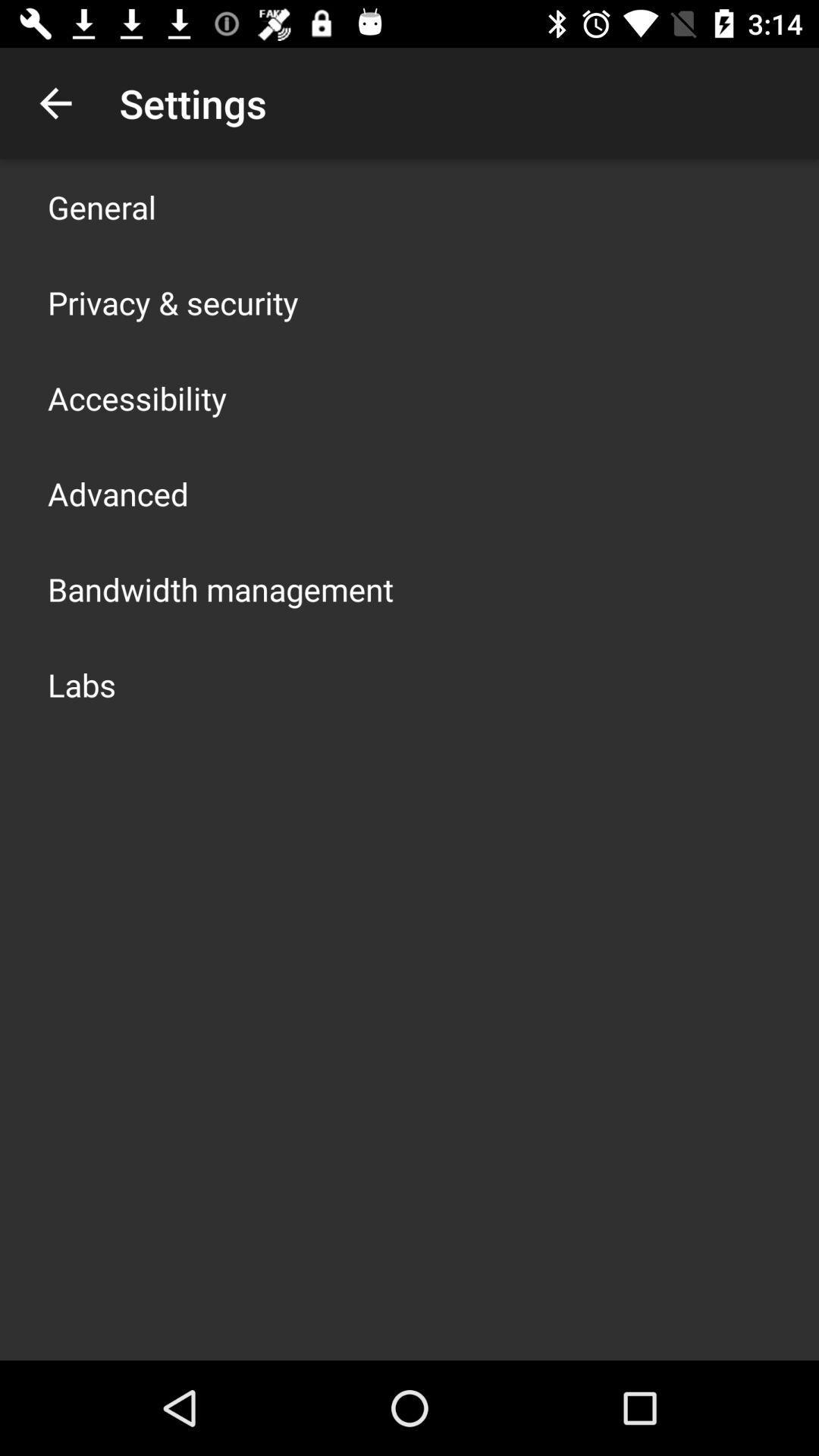 This screenshot has height=1456, width=819. I want to click on labs item, so click(82, 683).